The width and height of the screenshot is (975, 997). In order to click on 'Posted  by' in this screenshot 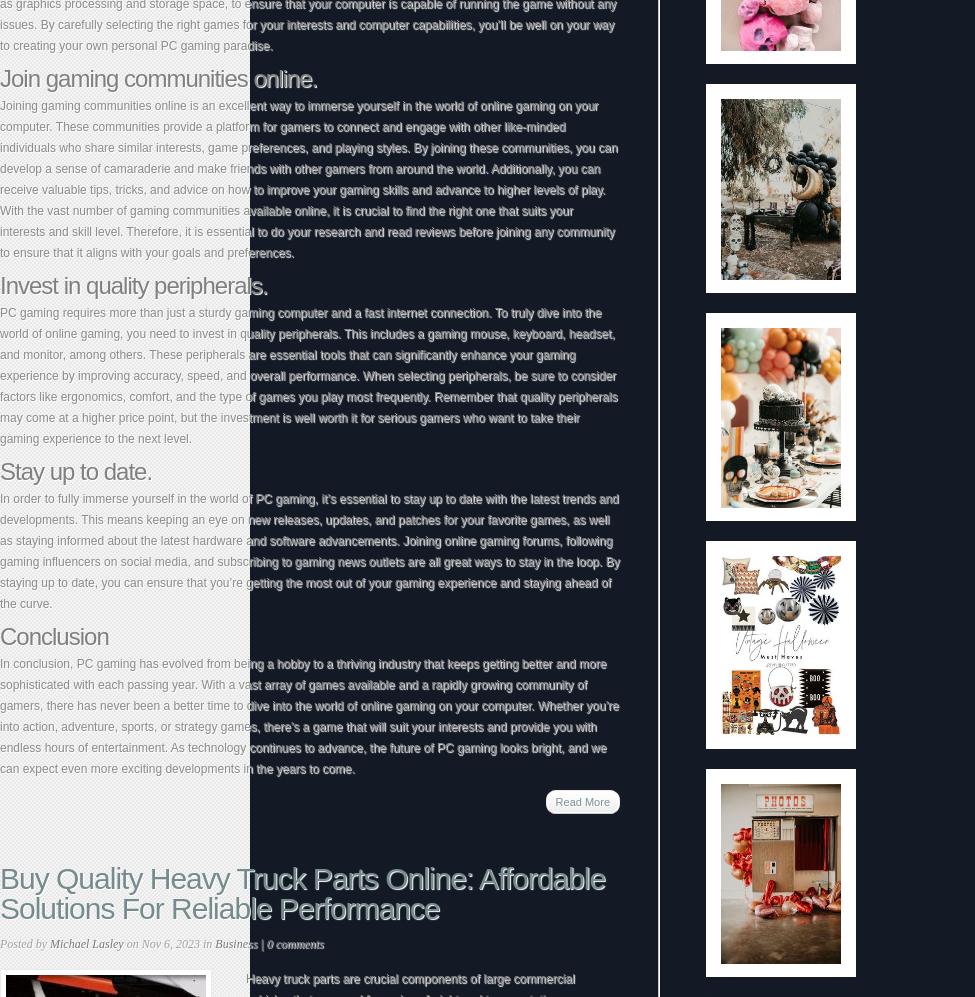, I will do `click(24, 943)`.